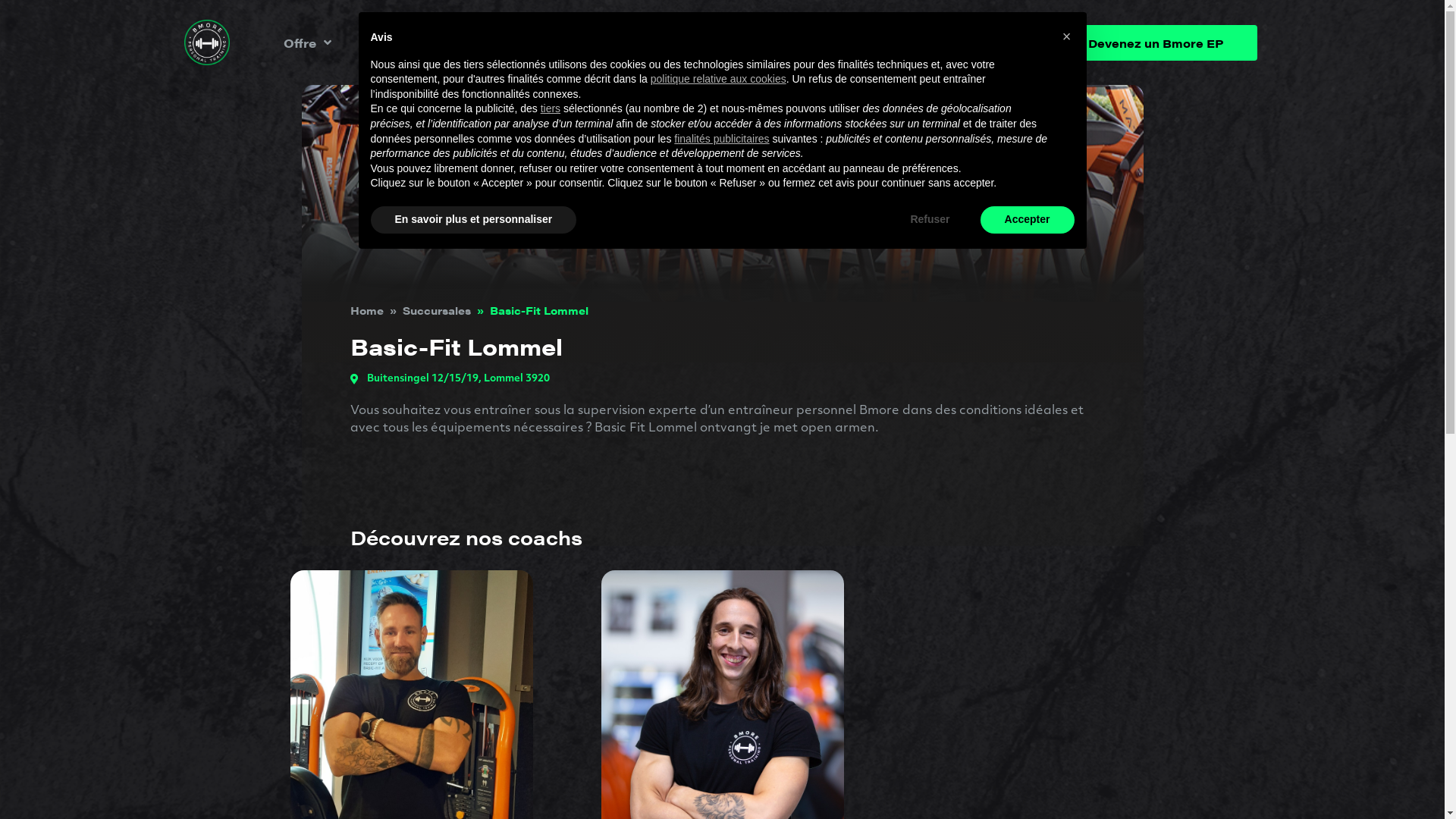 The image size is (1456, 819). I want to click on 'Refuser', so click(928, 219).